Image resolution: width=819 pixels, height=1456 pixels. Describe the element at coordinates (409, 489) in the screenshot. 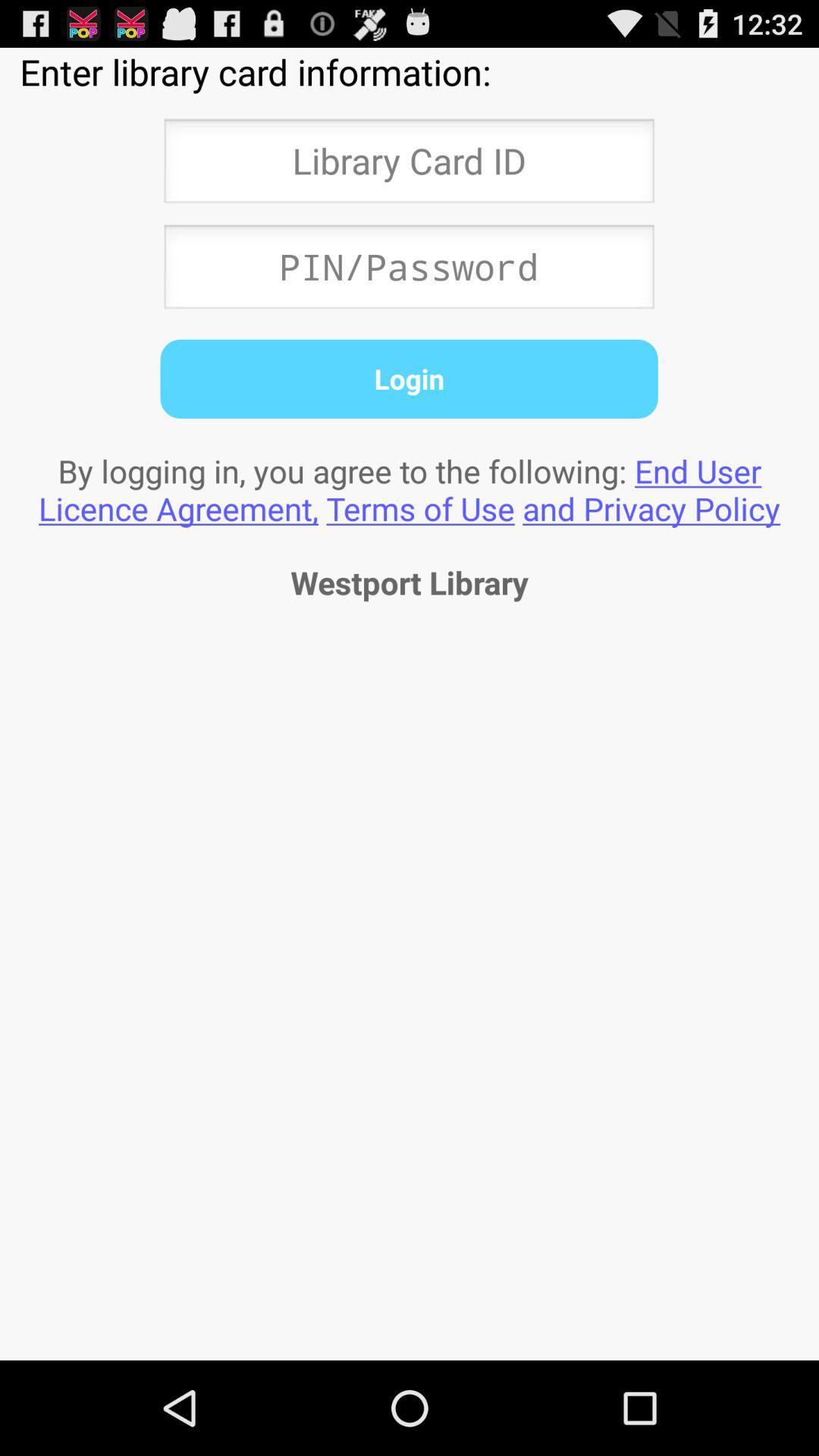

I see `app above the westport library` at that location.